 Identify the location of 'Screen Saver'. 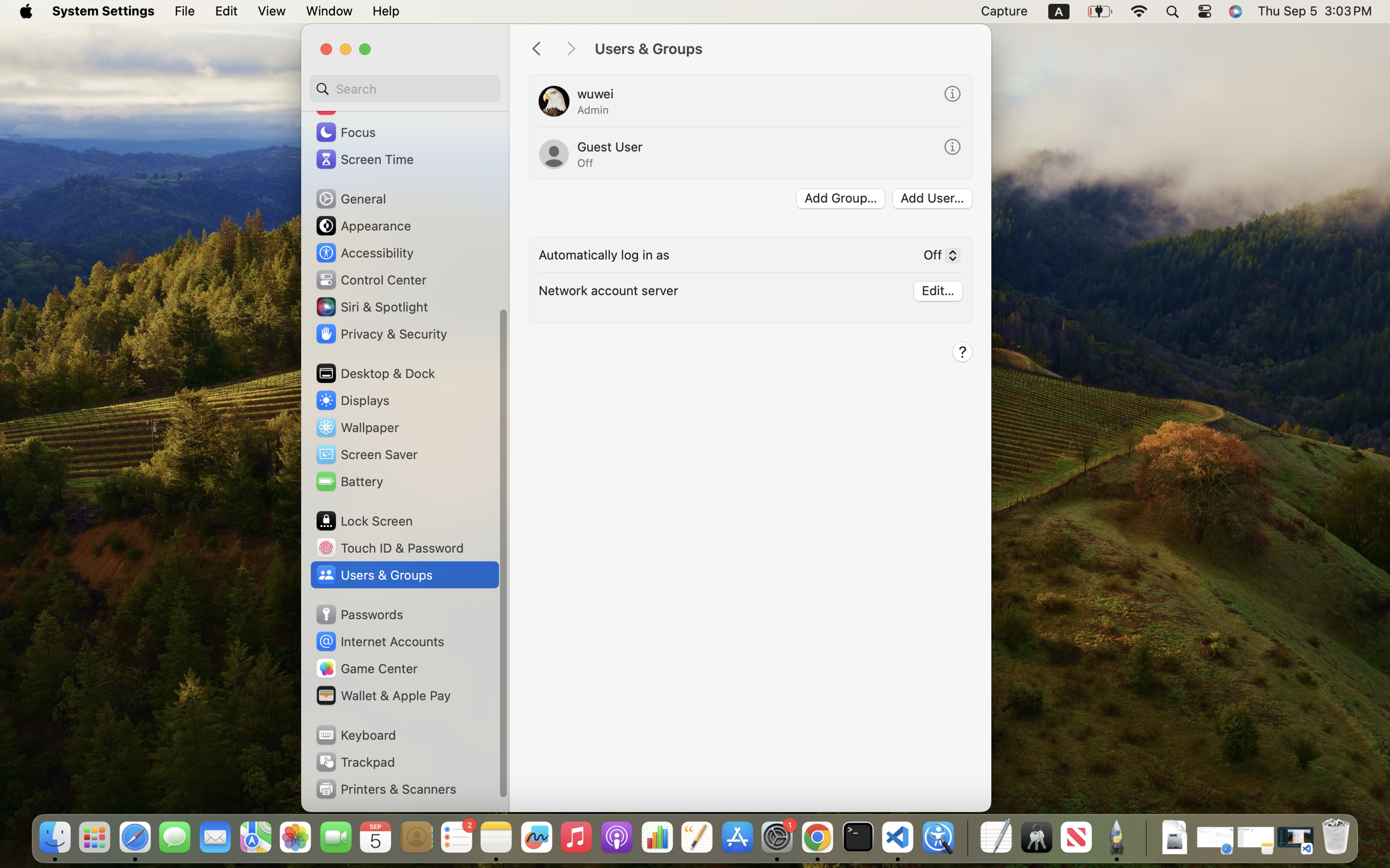
(366, 454).